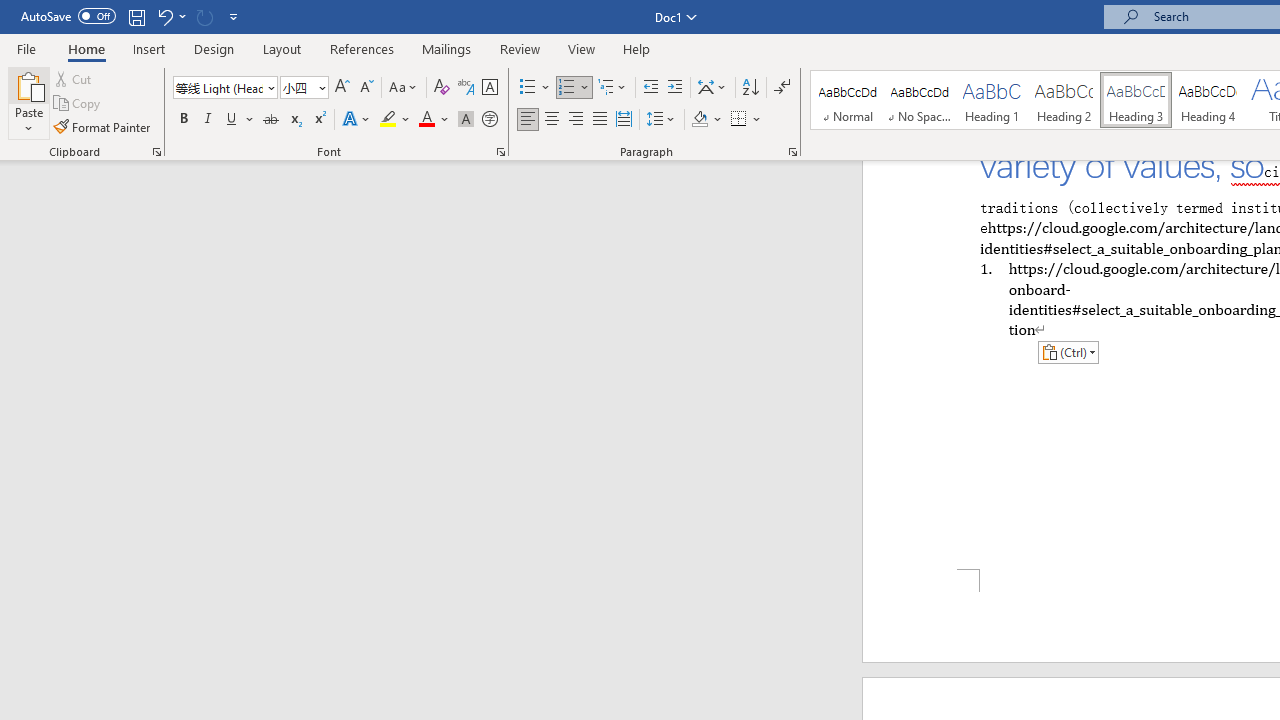  I want to click on 'Undo Paste', so click(170, 16).